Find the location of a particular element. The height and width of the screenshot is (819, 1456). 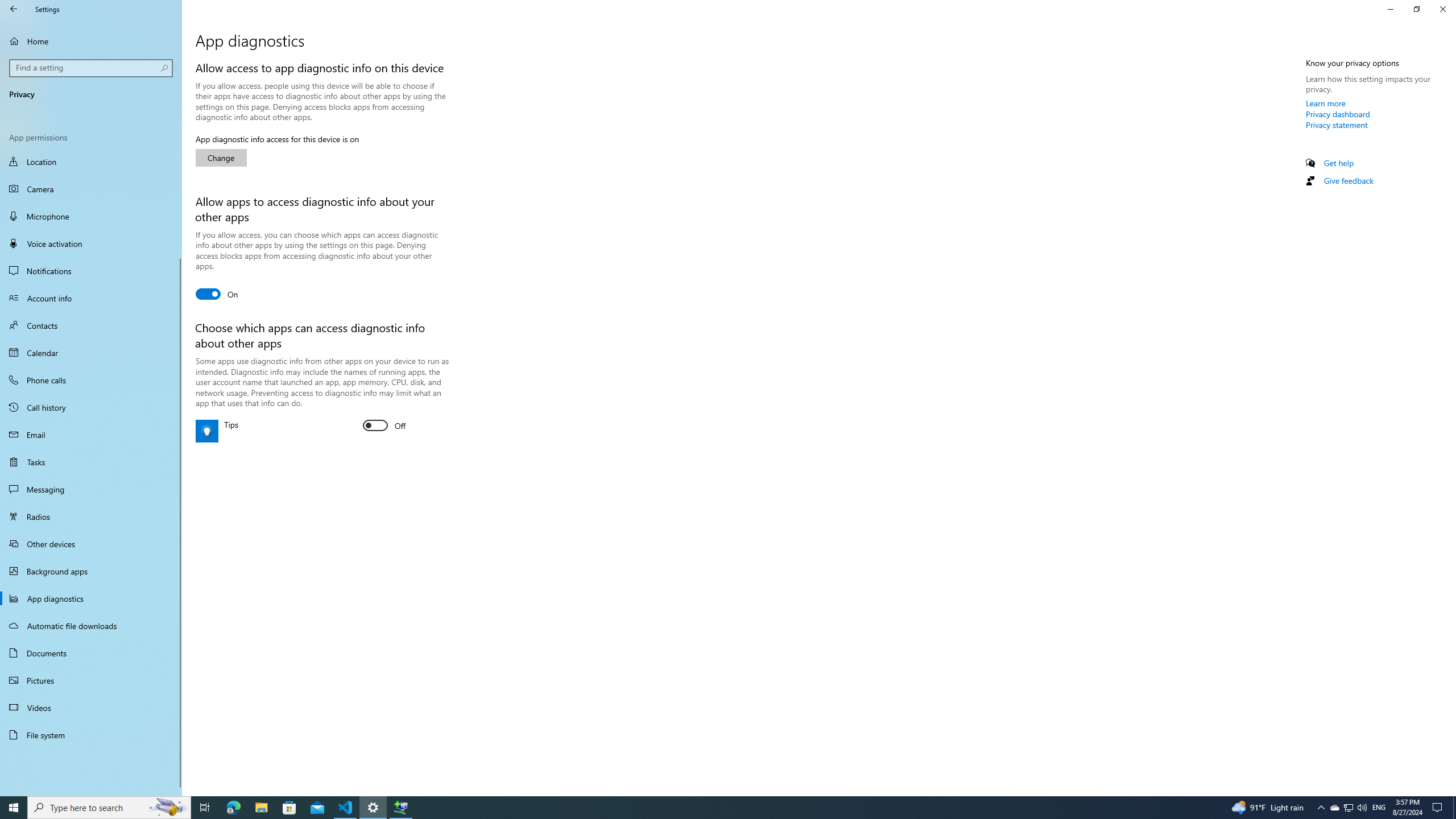

'Allow apps to access diagnostic info about your other apps' is located at coordinates (216, 293).